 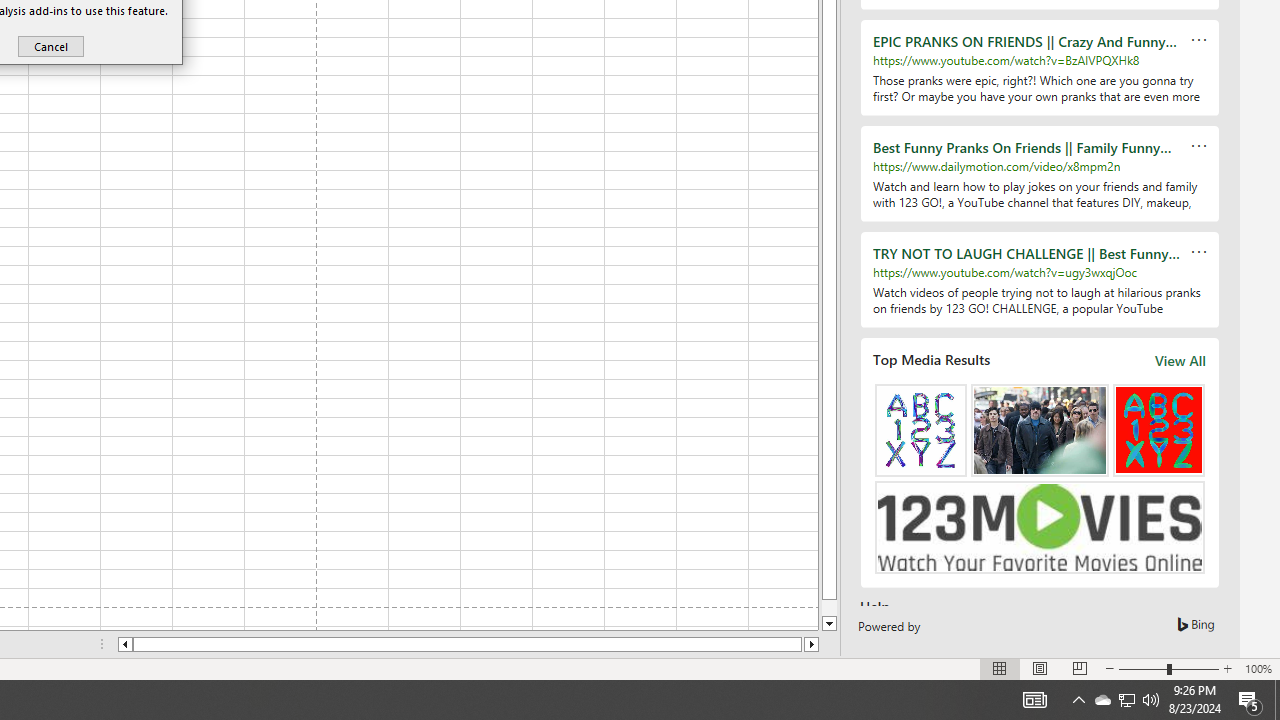 What do you see at coordinates (1078, 698) in the screenshot?
I see `'Notification Chevron'` at bounding box center [1078, 698].